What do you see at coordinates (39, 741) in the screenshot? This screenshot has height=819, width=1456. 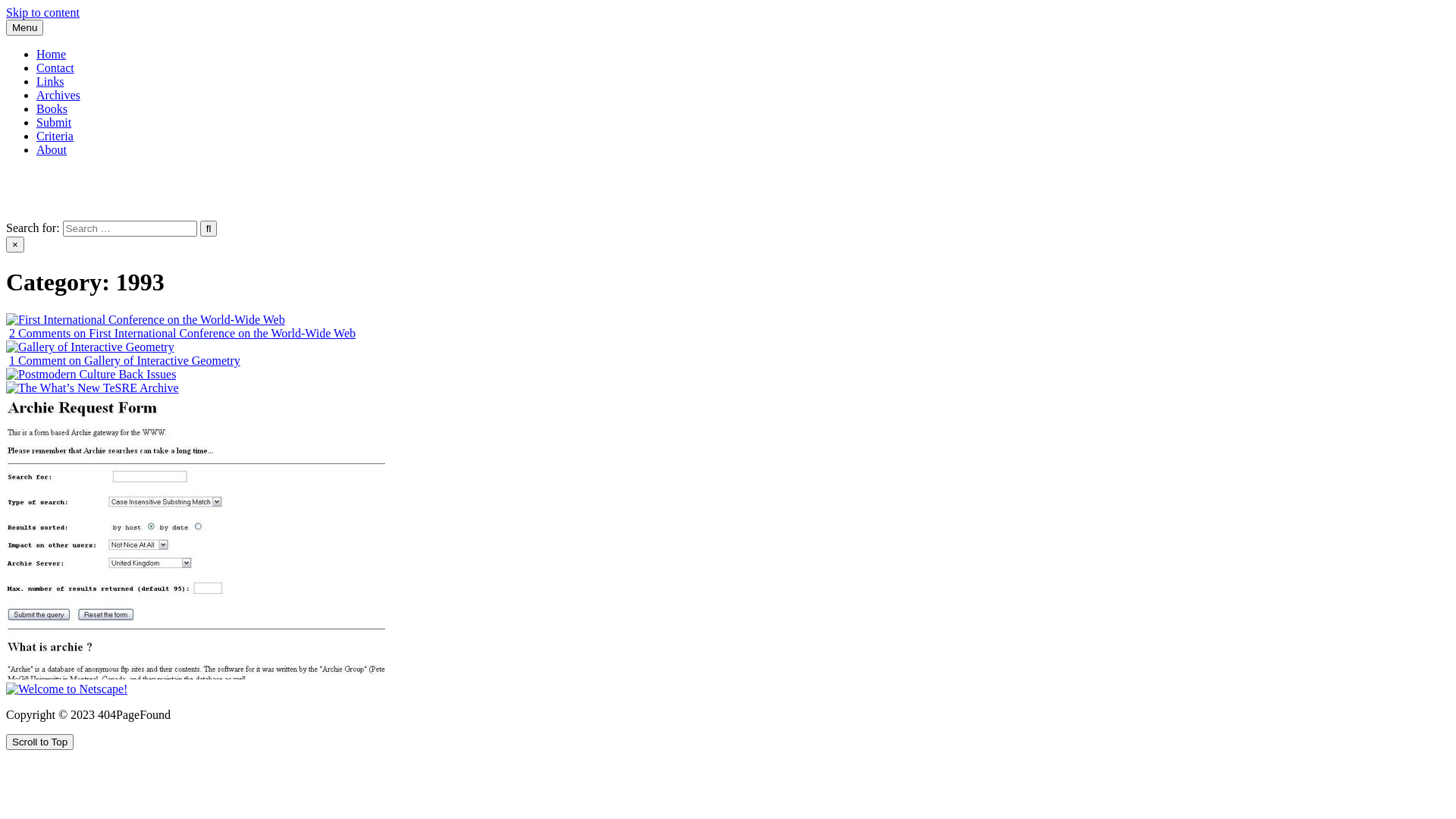 I see `'Scroll to Top'` at bounding box center [39, 741].